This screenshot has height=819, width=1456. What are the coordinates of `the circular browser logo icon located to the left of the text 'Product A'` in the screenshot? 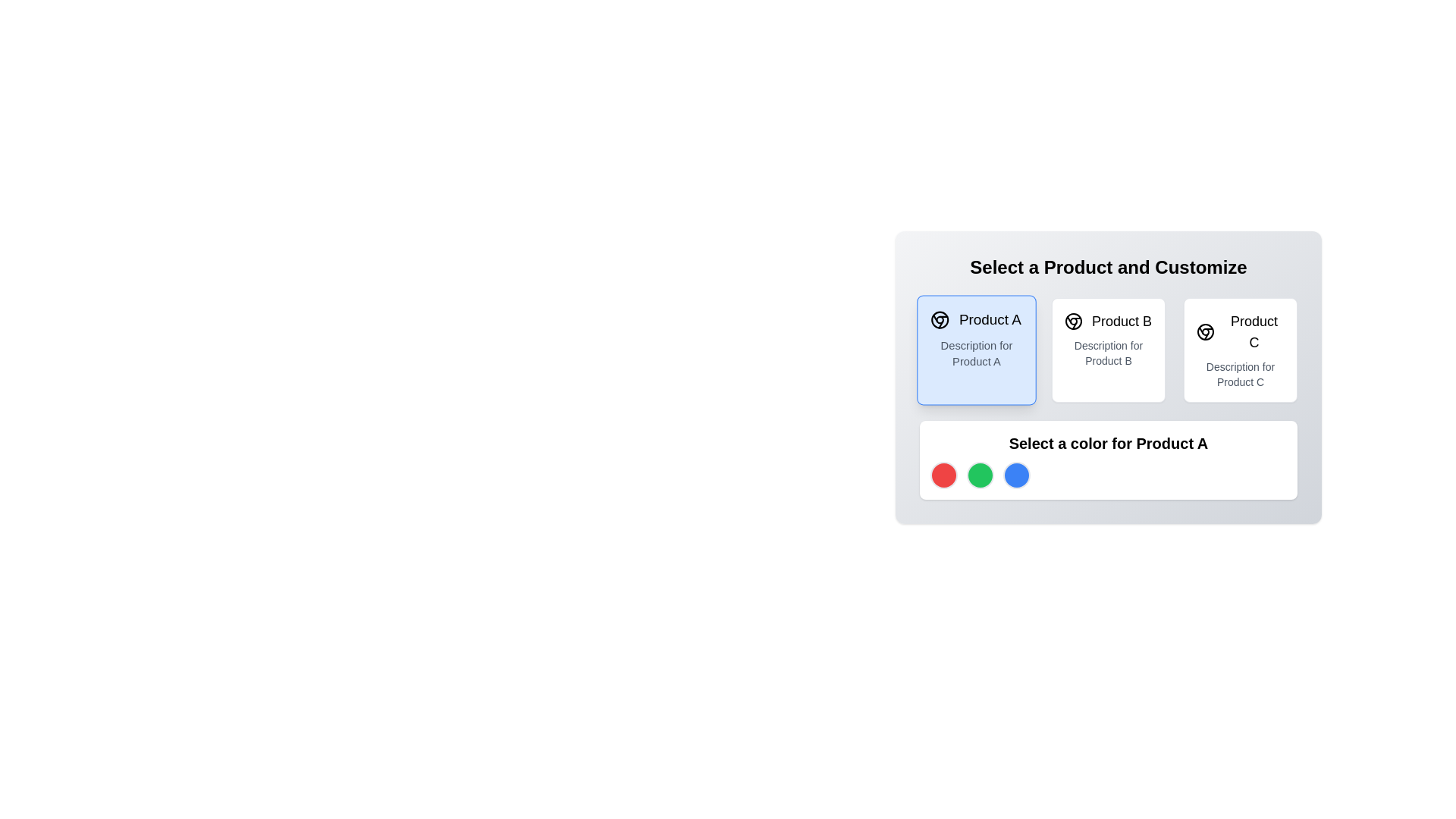 It's located at (939, 319).